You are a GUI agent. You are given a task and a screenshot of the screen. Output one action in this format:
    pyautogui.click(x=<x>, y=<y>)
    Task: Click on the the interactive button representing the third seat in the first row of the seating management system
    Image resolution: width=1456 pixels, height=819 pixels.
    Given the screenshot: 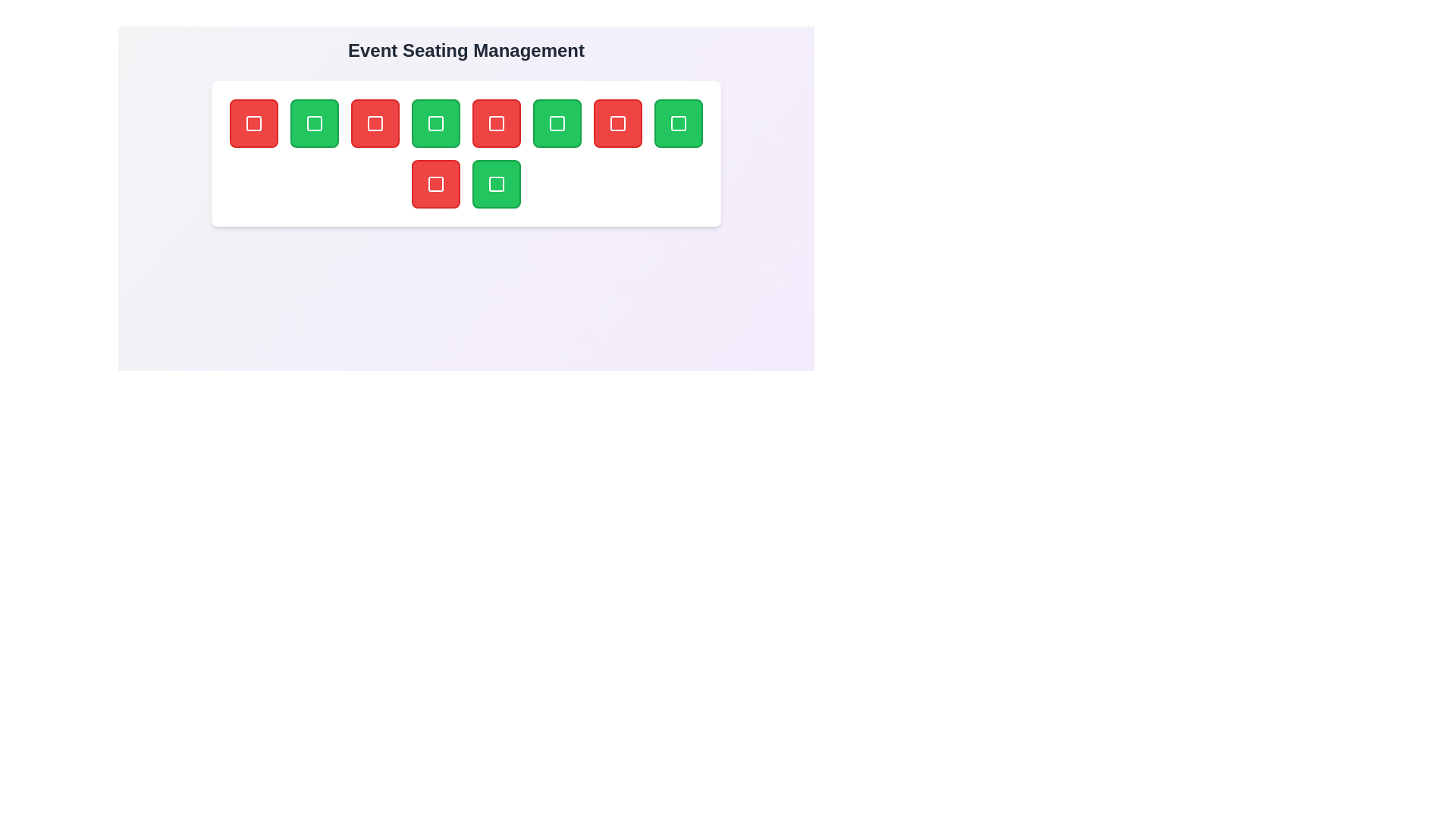 What is the action you would take?
    pyautogui.click(x=375, y=122)
    